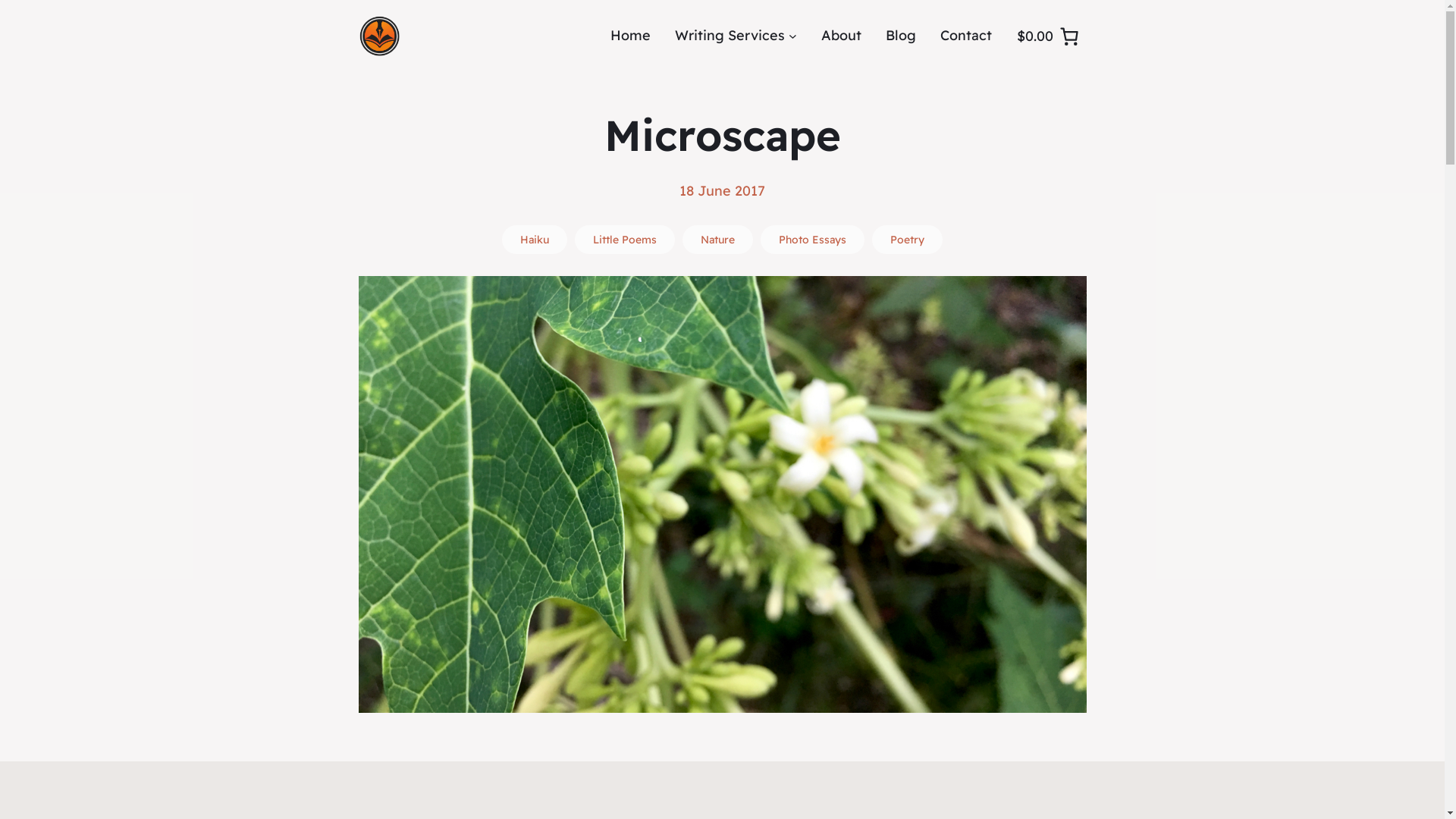 Image resolution: width=1456 pixels, height=819 pixels. Describe the element at coordinates (1009, 34) in the screenshot. I see `'$0.00'` at that location.